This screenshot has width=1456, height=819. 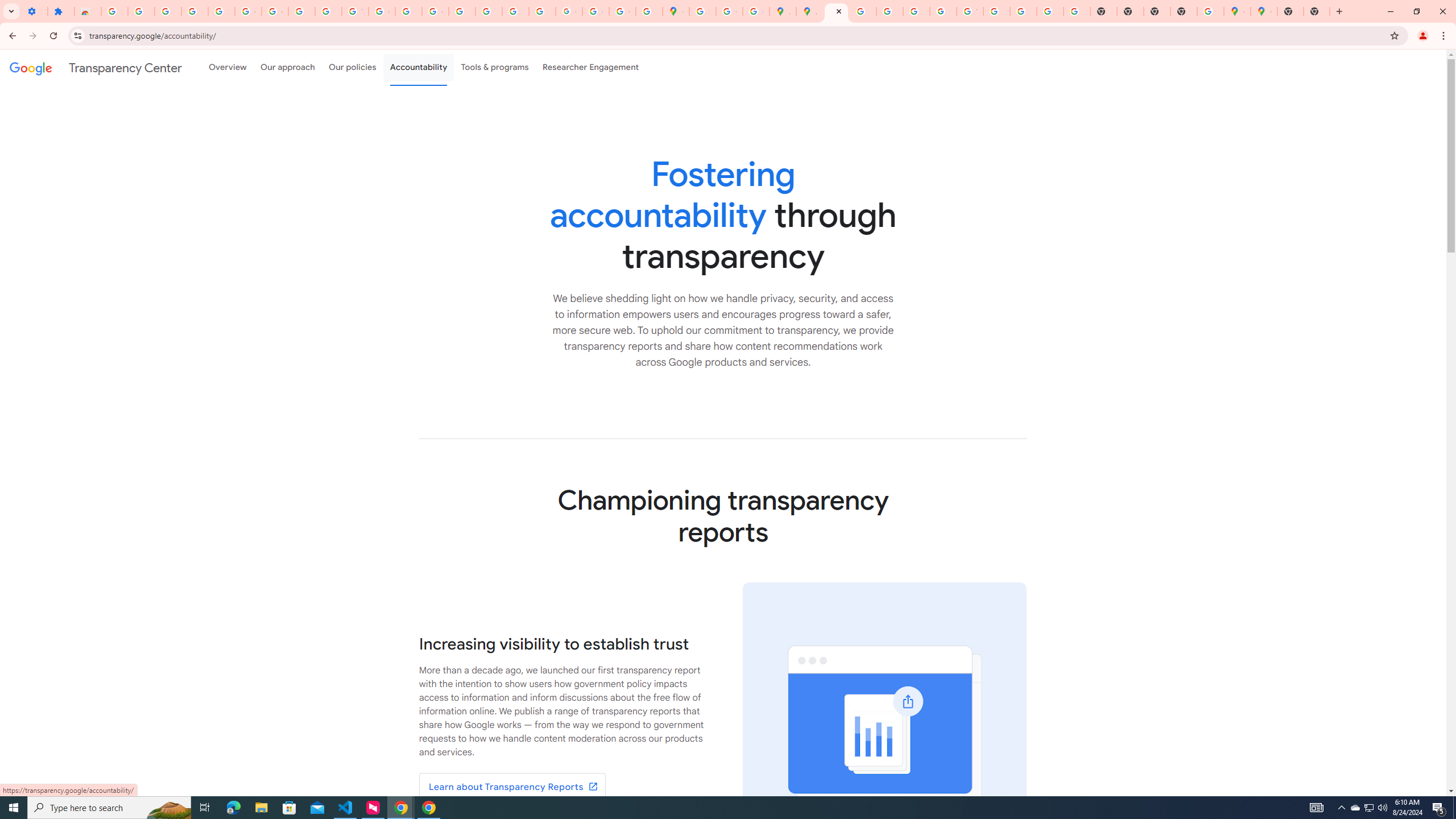 I want to click on 'Settings - On startup', so click(x=34, y=11).